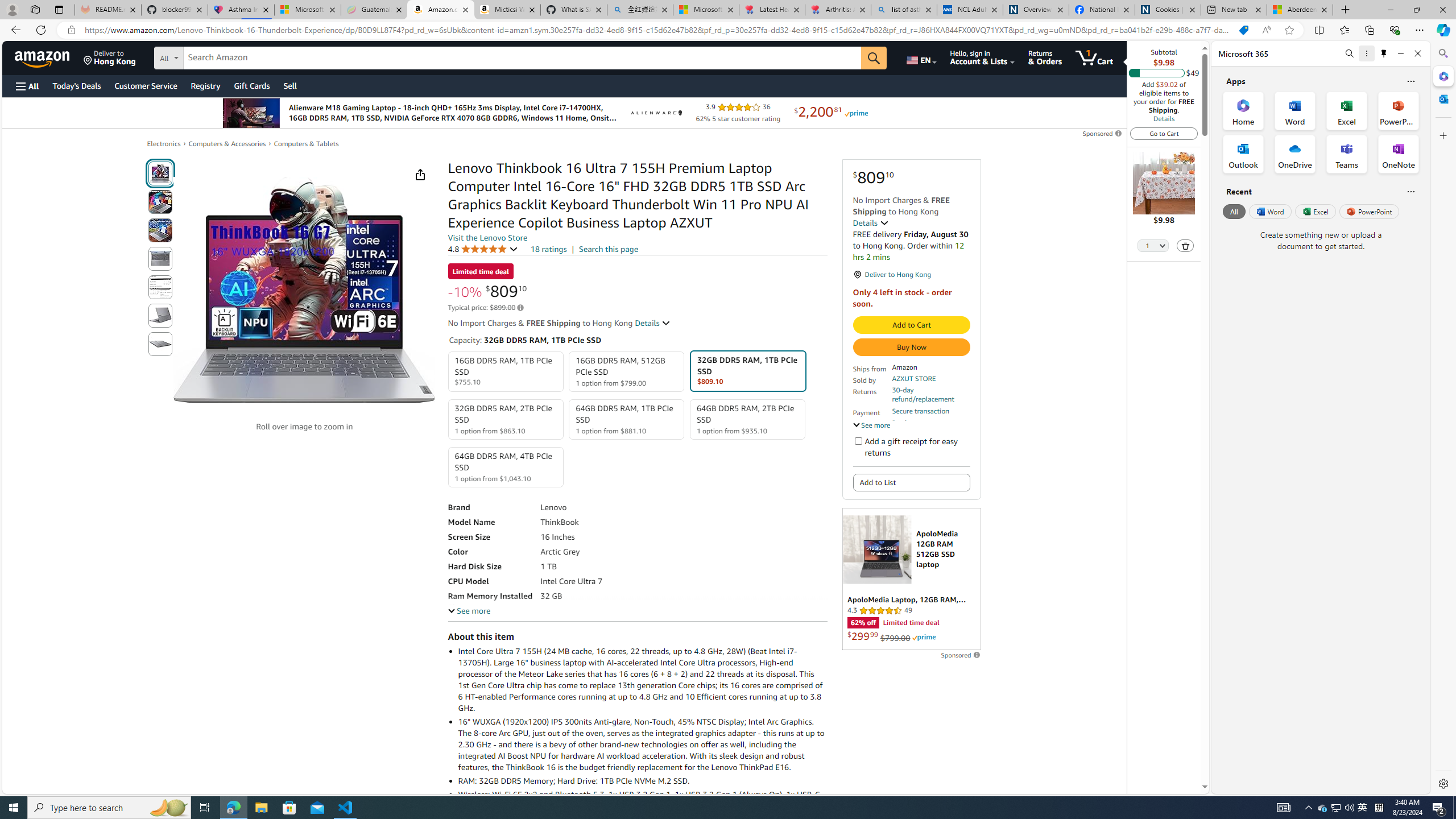 The width and height of the screenshot is (1456, 819). I want to click on 'Add a gift receipt for easy returns', so click(858, 440).